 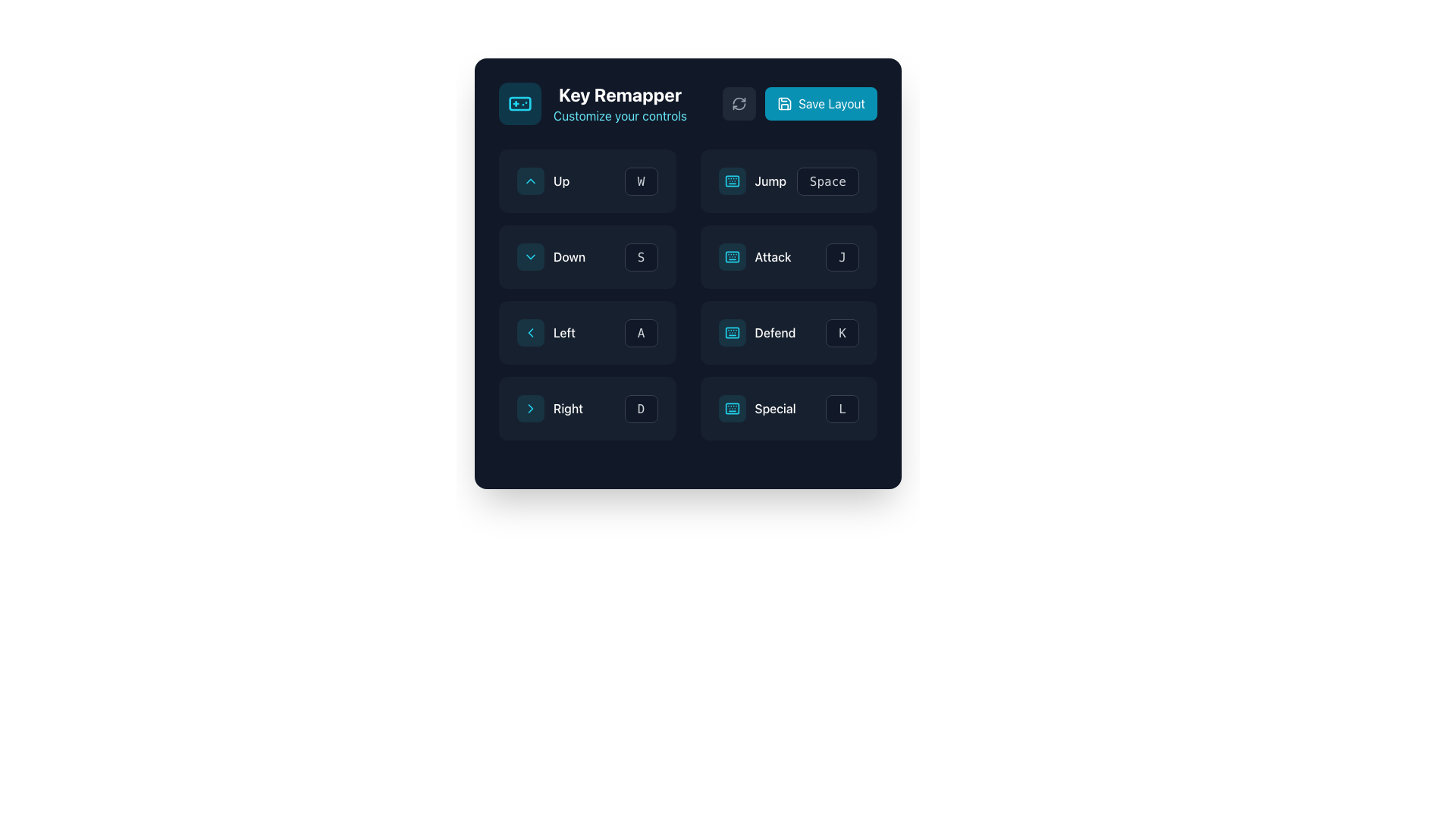 I want to click on the button labeled 'Attack' with a cyan keyboard icon, located in the center-right portion of the interface, so click(x=789, y=256).